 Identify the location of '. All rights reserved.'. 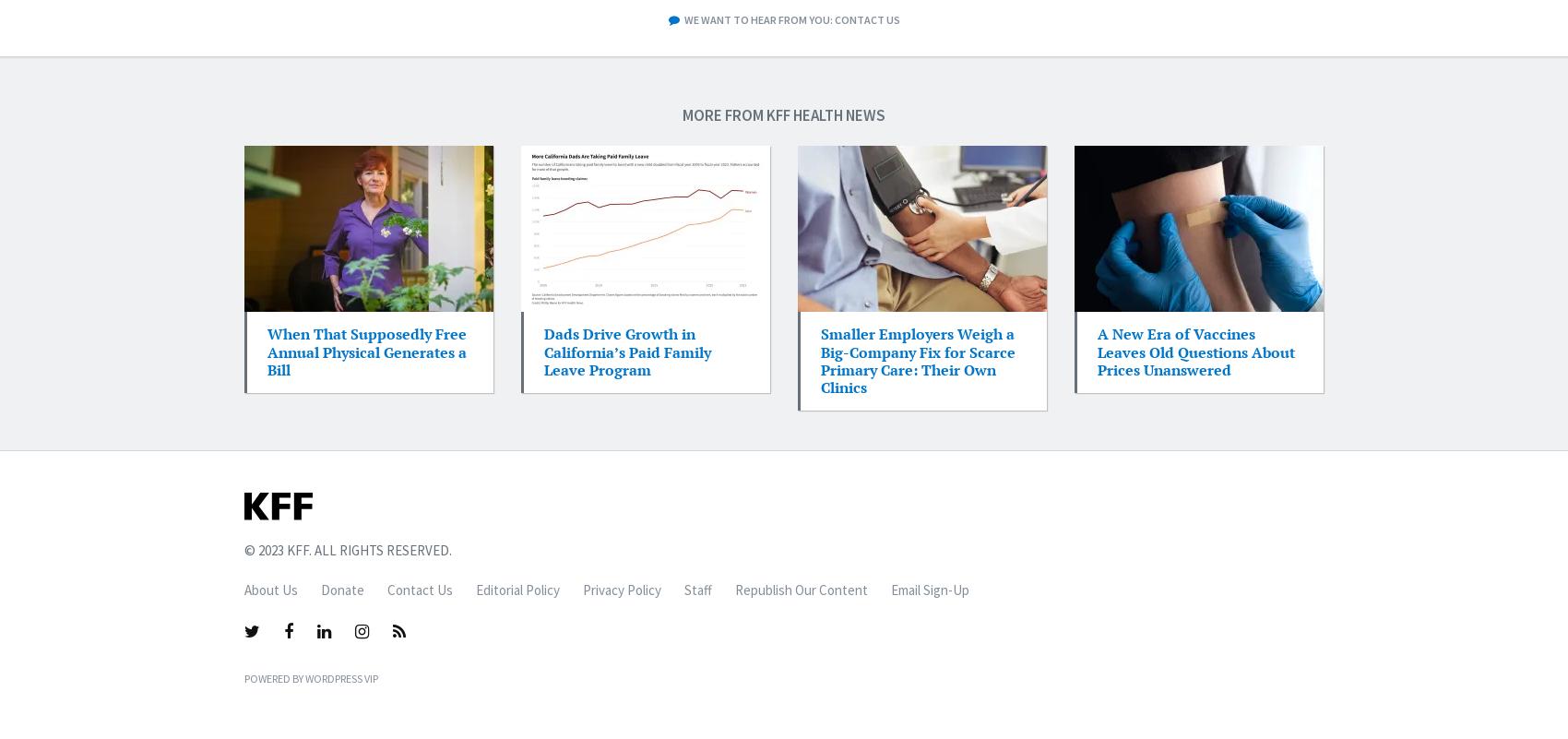
(379, 550).